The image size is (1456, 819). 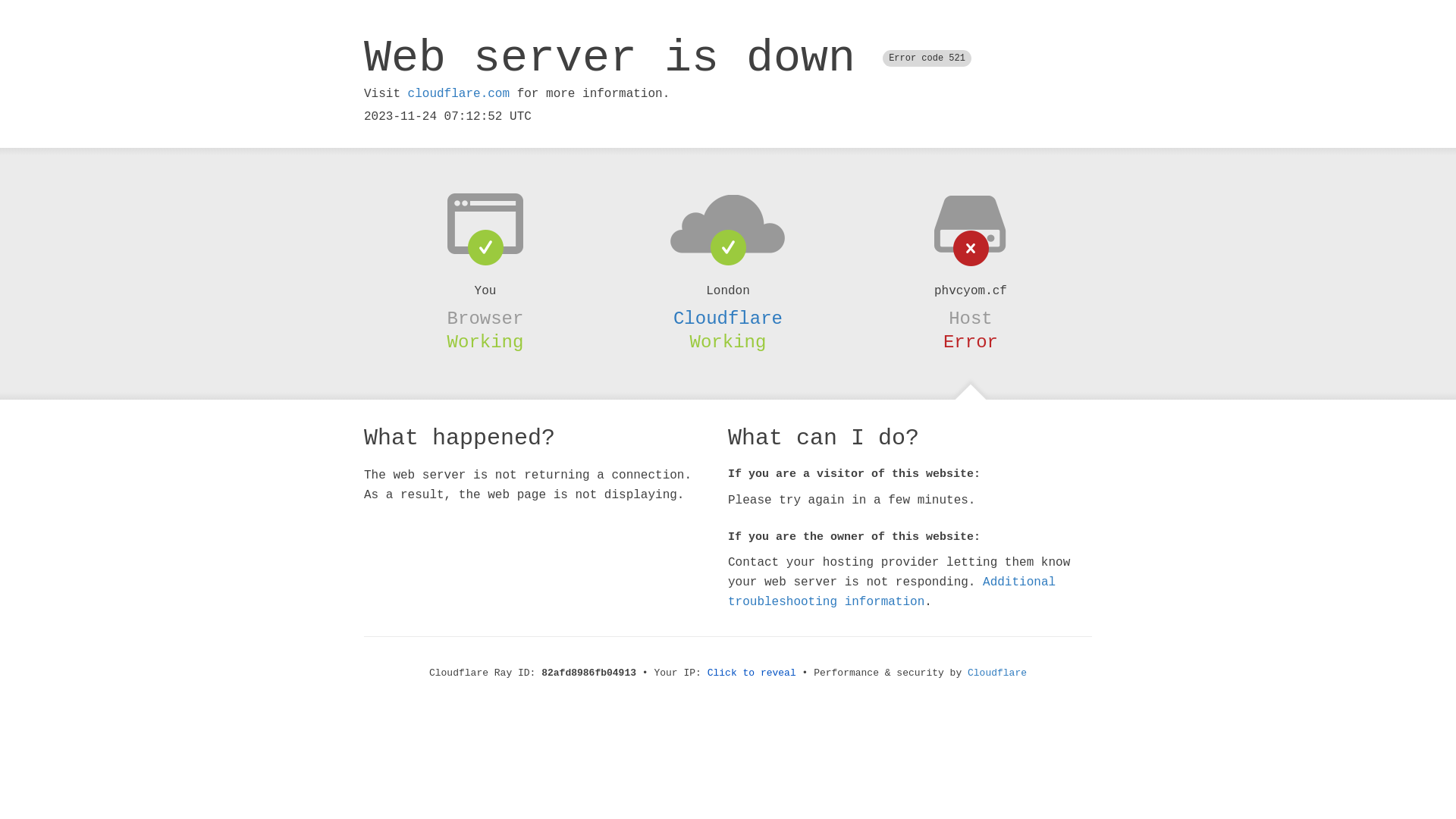 I want to click on 'Additional troubleshooting information', so click(x=892, y=591).